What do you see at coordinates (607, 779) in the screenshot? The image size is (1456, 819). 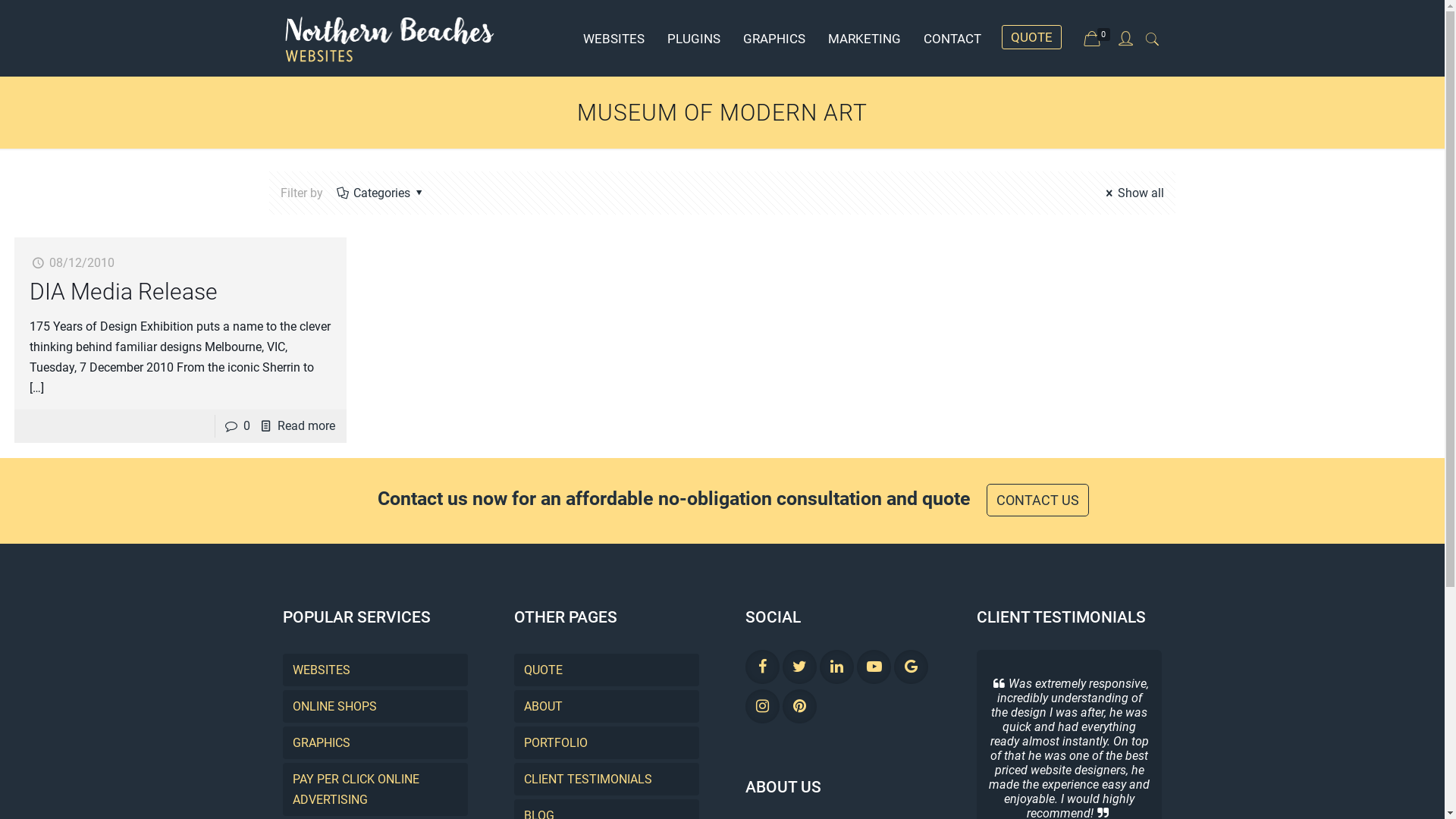 I see `'CLIENT TESTIMONIALS'` at bounding box center [607, 779].